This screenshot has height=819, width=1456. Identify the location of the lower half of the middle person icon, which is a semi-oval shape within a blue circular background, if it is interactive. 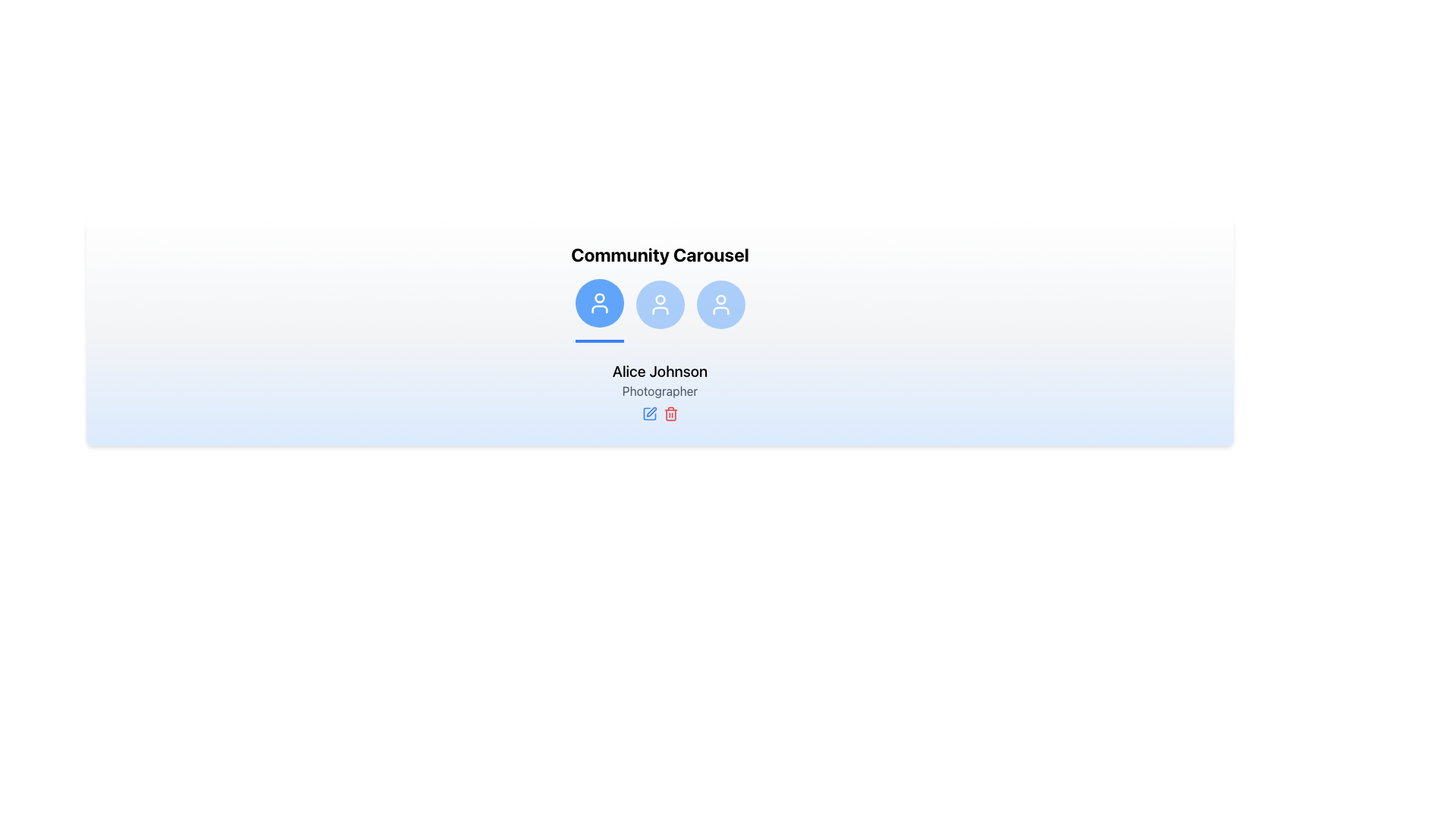
(660, 309).